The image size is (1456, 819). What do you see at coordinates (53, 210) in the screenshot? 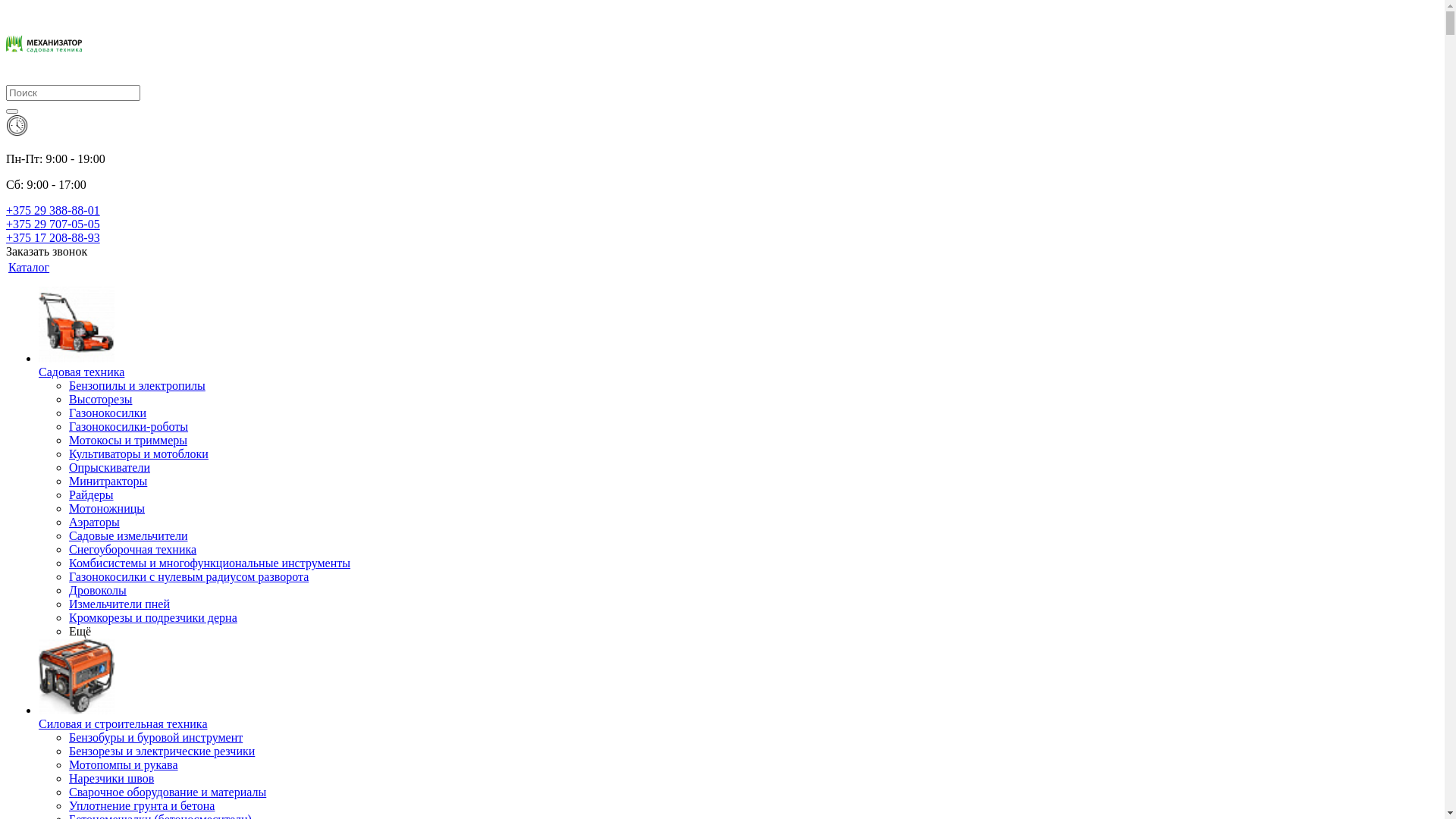
I see `'+375 29 388-88-01'` at bounding box center [53, 210].